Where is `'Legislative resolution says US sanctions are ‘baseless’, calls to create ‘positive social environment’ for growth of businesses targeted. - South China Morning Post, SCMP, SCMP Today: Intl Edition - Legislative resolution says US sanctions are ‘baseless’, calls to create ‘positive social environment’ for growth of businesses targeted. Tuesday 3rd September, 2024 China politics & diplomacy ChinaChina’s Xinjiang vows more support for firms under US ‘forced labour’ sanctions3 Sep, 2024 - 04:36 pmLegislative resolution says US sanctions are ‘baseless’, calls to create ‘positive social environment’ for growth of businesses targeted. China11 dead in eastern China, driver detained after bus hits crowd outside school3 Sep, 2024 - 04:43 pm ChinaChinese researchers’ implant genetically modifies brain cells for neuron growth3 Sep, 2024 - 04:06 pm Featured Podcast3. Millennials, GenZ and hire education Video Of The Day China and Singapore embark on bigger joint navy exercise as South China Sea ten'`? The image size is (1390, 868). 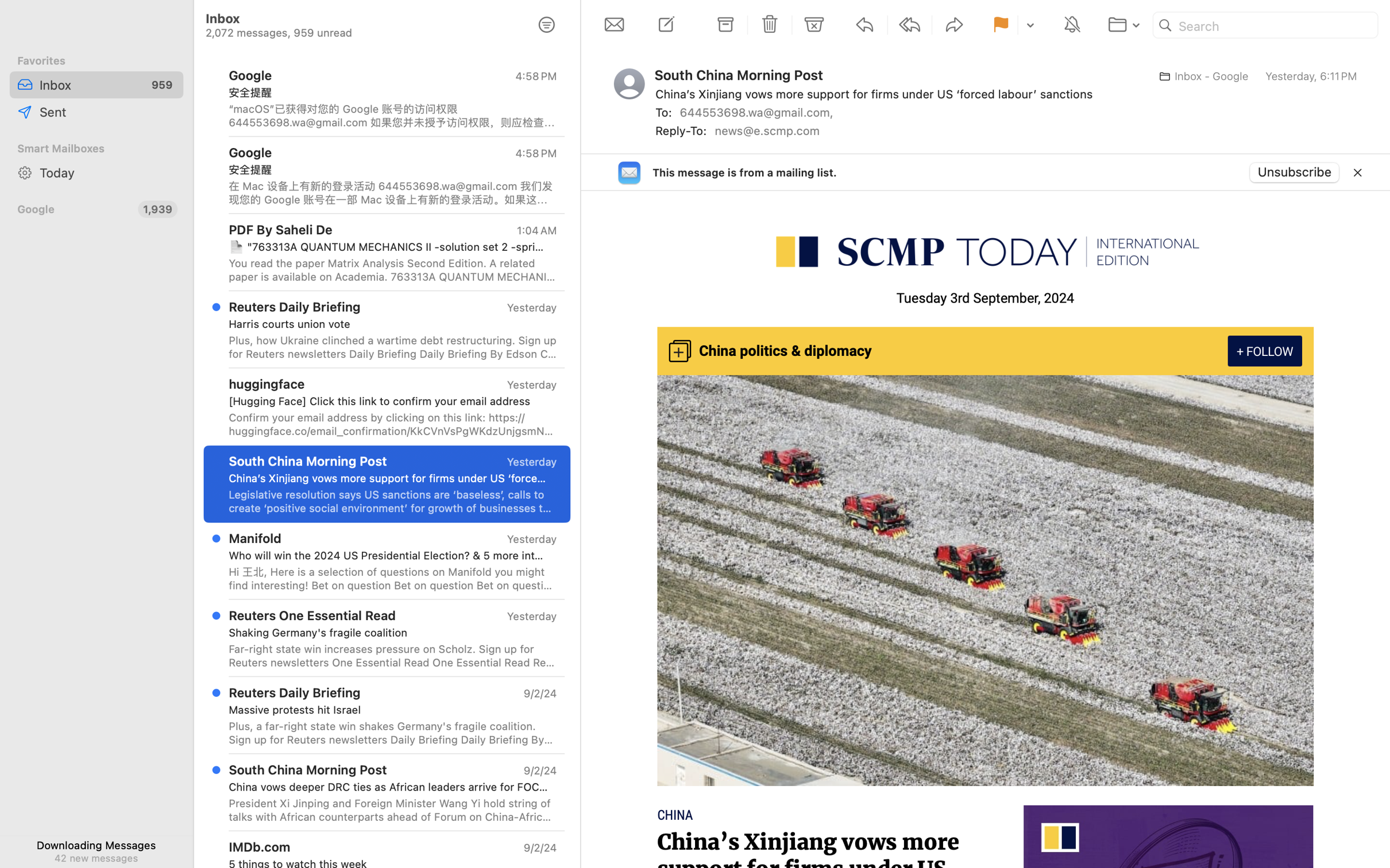
'Legislative resolution says US sanctions are ‘baseless’, calls to create ‘positive social environment’ for growth of businesses targeted. - South China Morning Post, SCMP, SCMP Today: Intl Edition - Legislative resolution says US sanctions are ‘baseless’, calls to create ‘positive social environment’ for growth of businesses targeted. Tuesday 3rd September, 2024 China politics & diplomacy ChinaChina’s Xinjiang vows more support for firms under US ‘forced labour’ sanctions3 Sep, 2024 - 04:36 pmLegislative resolution says US sanctions are ‘baseless’, calls to create ‘positive social environment’ for growth of businesses targeted. China11 dead in eastern China, driver detained after bus hits crowd outside school3 Sep, 2024 - 04:43 pm ChinaChinese researchers’ implant genetically modifies brain cells for neuron growth3 Sep, 2024 - 04:06 pm Featured Podcast3. Millennials, GenZ and hire education Video Of The Day China and Singapore embark on bigger joint navy exercise as South China Sea ten' is located at coordinates (392, 502).